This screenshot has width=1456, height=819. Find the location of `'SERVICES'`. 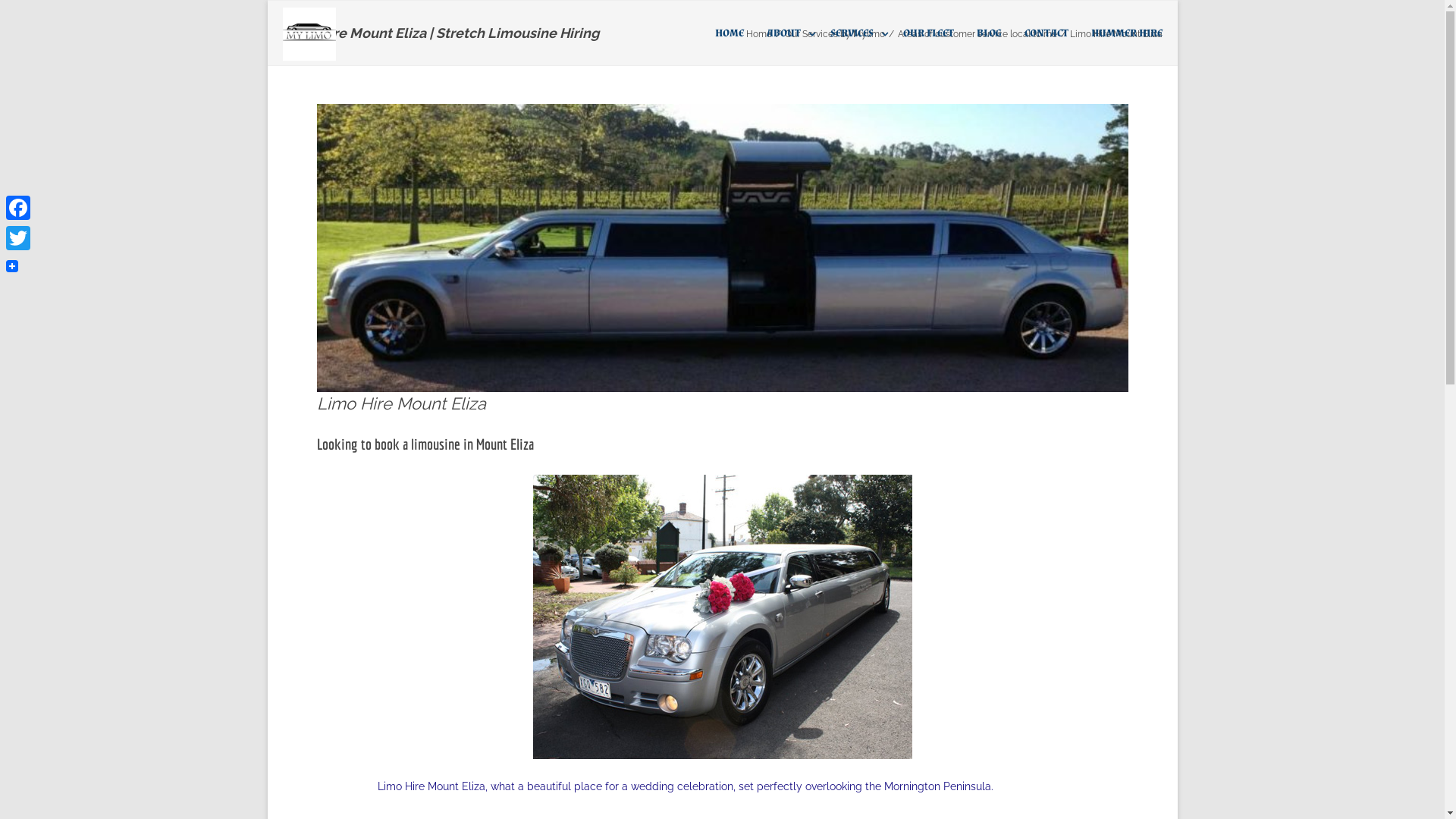

'SERVICES' is located at coordinates (855, 33).